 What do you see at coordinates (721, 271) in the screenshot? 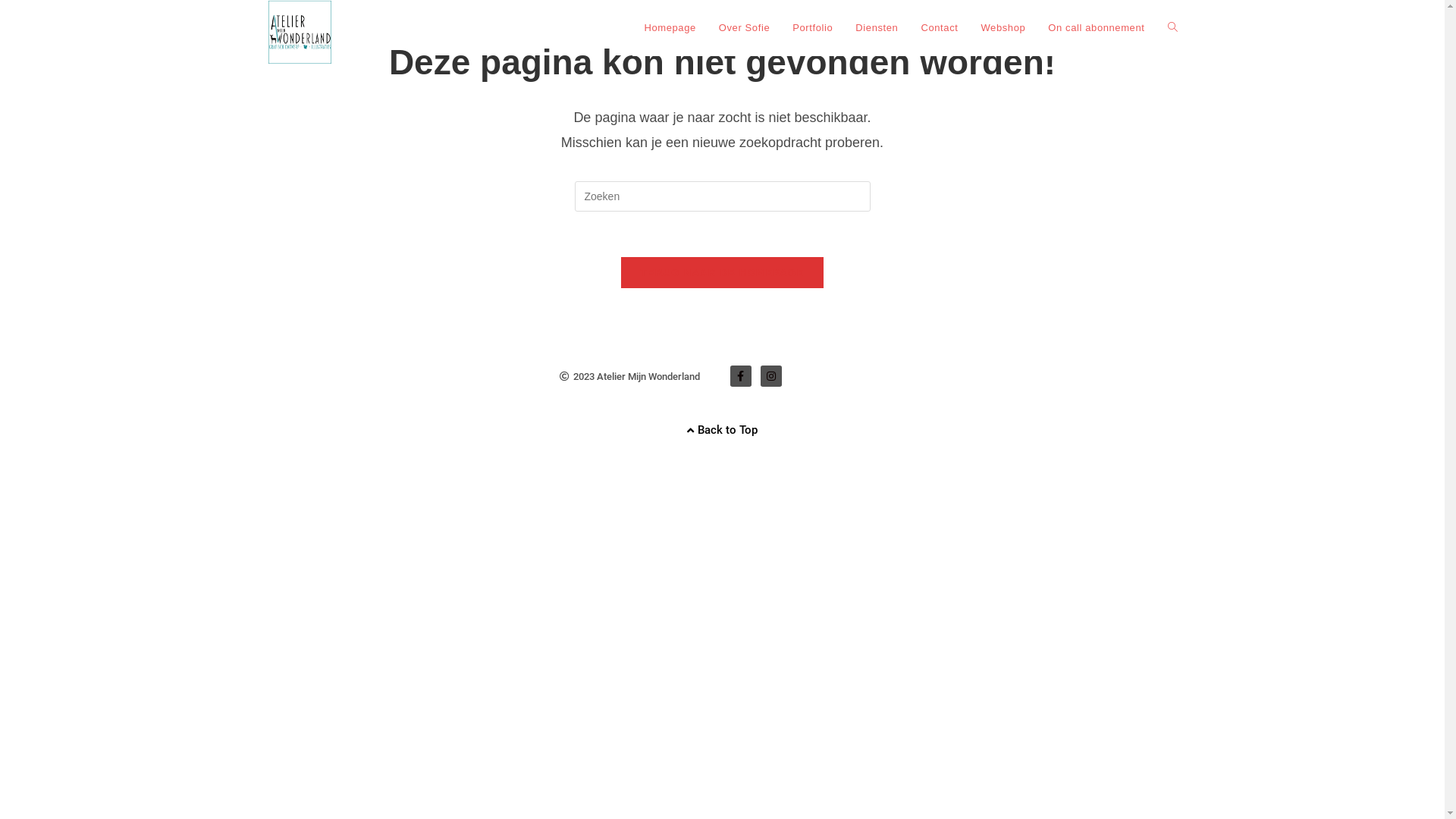
I see `'TERUG NAAR DE HOMEPAGE'` at bounding box center [721, 271].